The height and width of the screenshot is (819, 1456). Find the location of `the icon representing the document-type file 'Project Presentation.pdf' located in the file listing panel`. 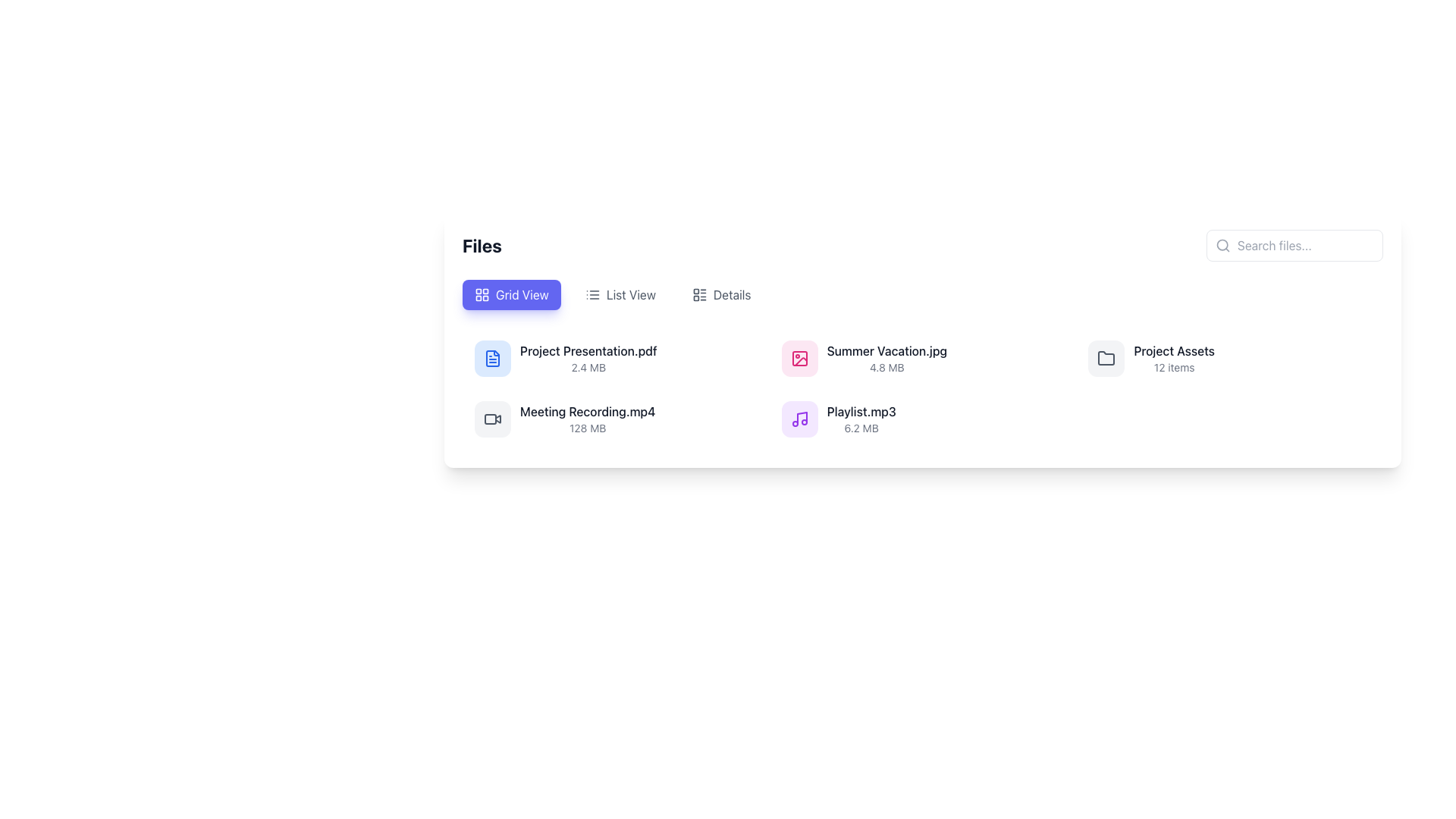

the icon representing the document-type file 'Project Presentation.pdf' located in the file listing panel is located at coordinates (492, 359).